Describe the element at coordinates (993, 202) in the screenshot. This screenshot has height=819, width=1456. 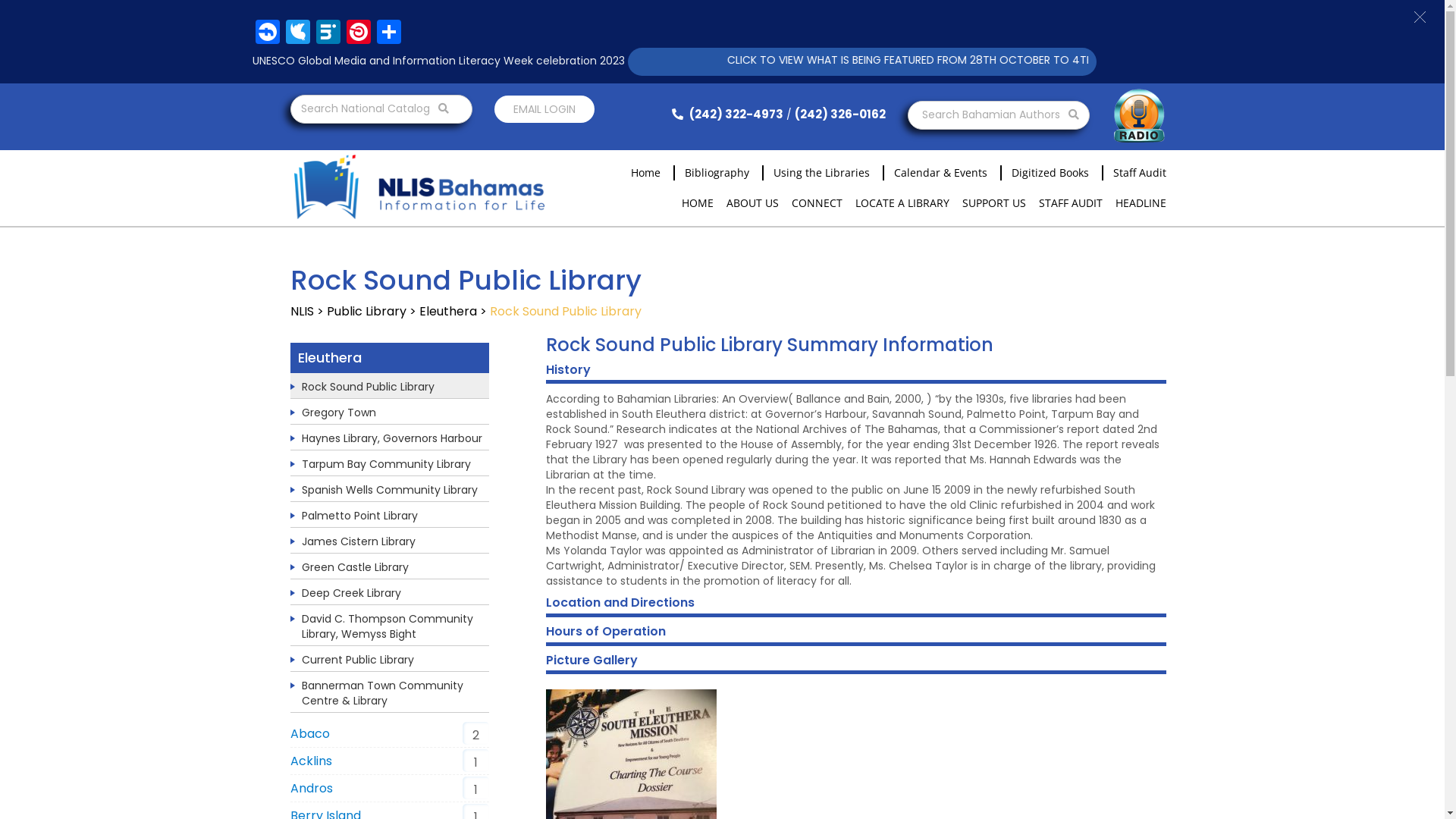
I see `'SUPPORT US'` at that location.